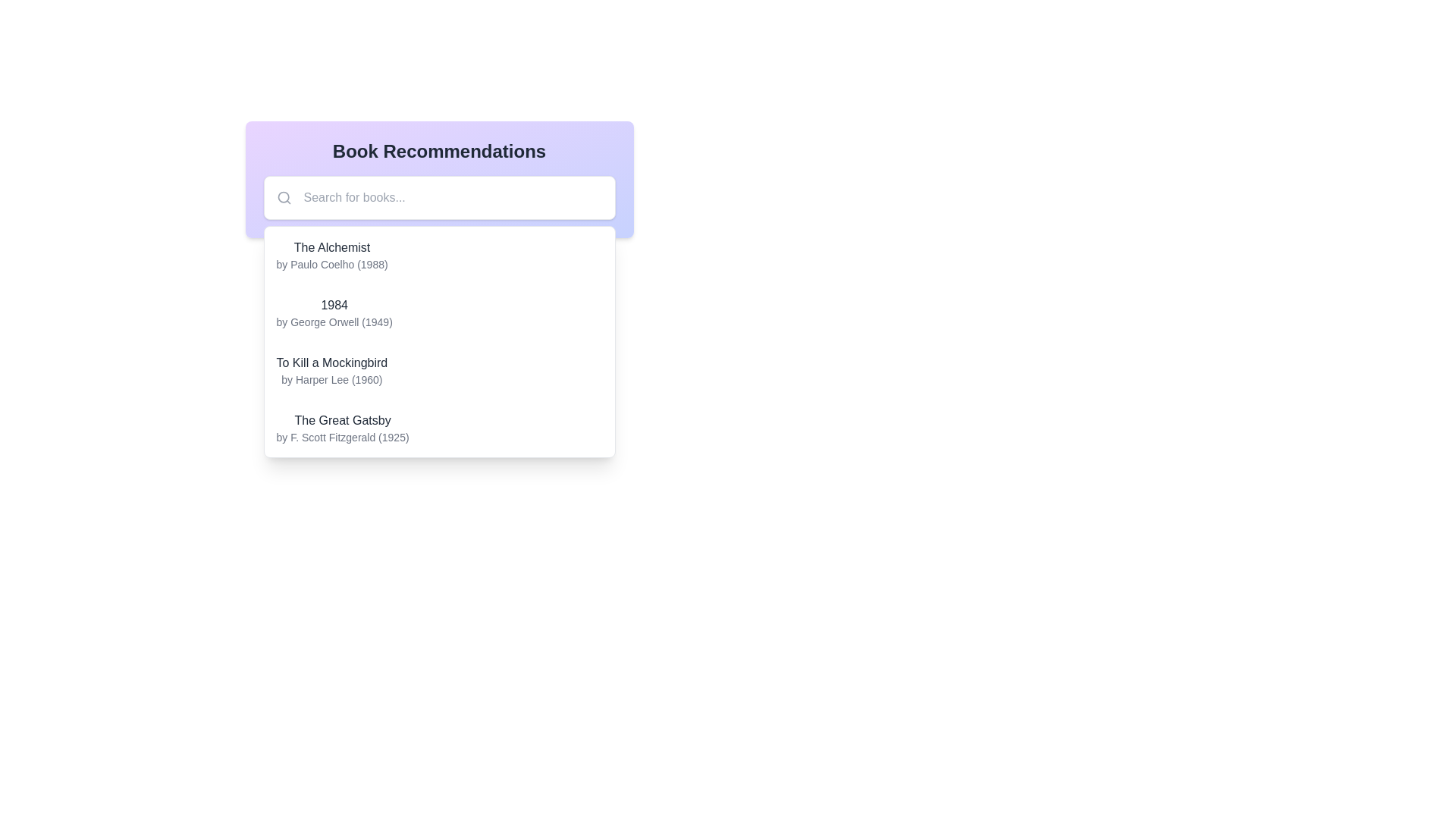 The width and height of the screenshot is (1456, 819). I want to click on the text snippet styled in small size and light gray color reading 'by F. Scott Fitzgerald (1925)', which appears below the main title 'The Great Gatsby' in the book recommendation list, so click(341, 438).